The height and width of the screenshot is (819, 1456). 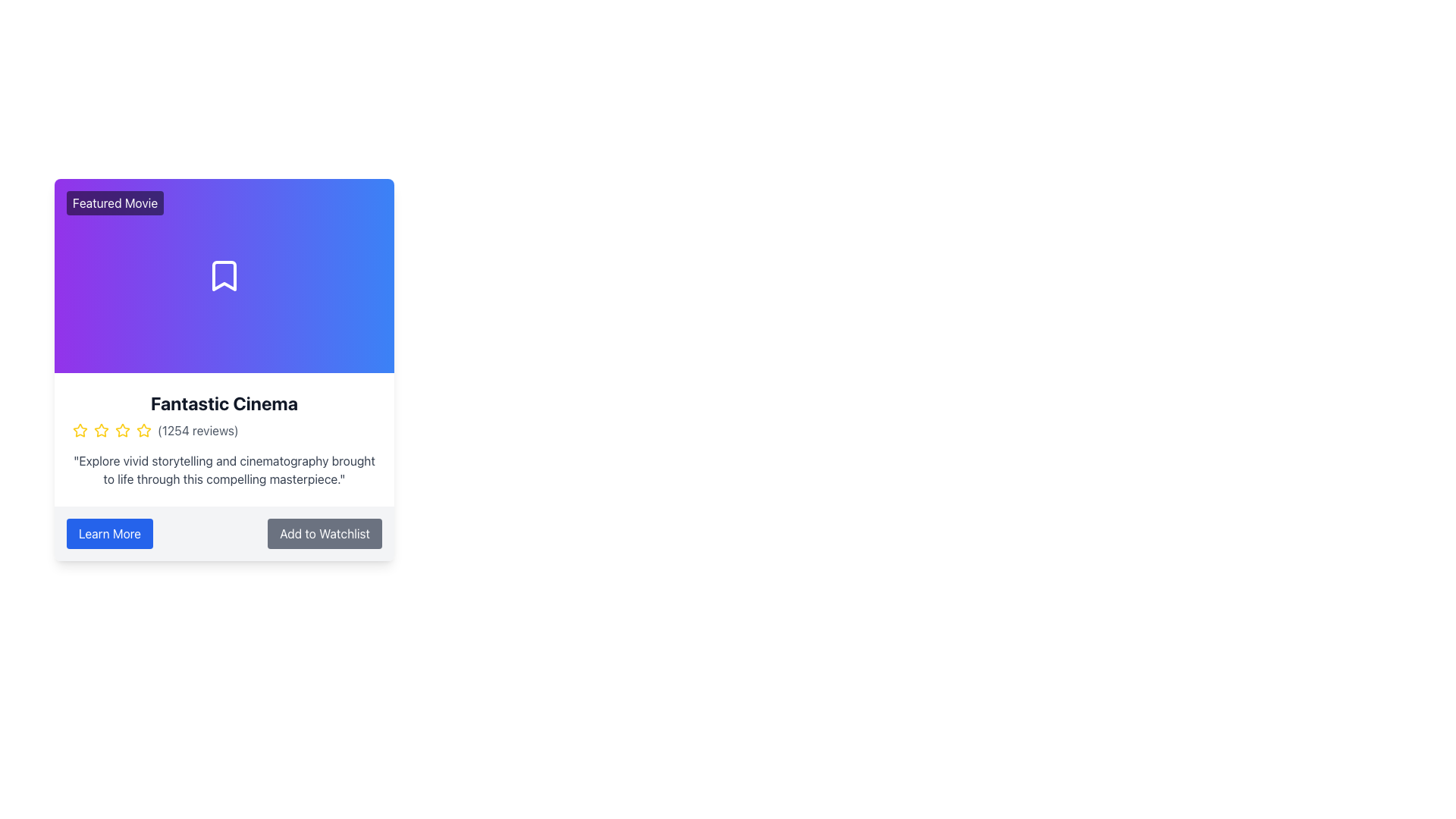 What do you see at coordinates (101, 430) in the screenshot?
I see `the third star icon in the rating system to provide a rating for the review` at bounding box center [101, 430].